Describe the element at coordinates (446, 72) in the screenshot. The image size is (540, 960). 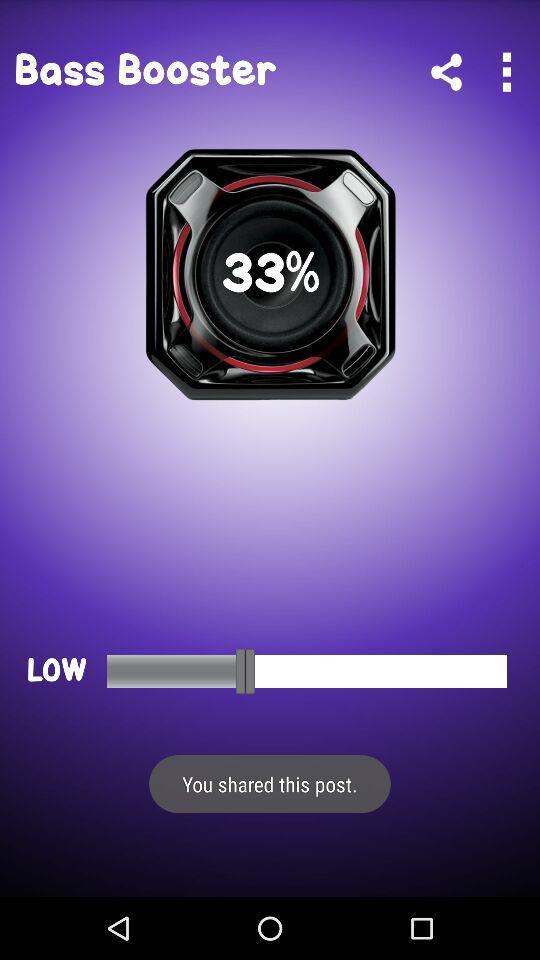
I see `share` at that location.